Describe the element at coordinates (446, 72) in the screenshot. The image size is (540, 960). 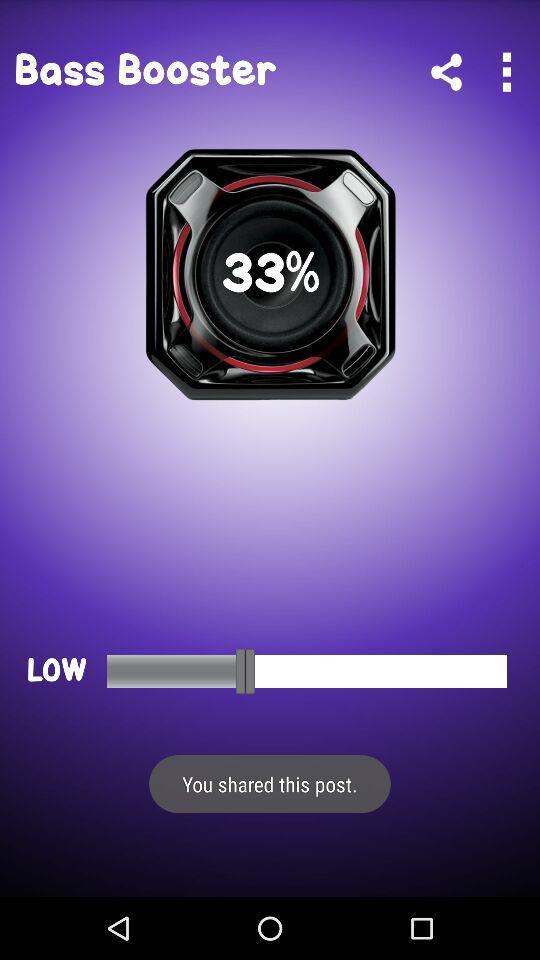
I see `share` at that location.